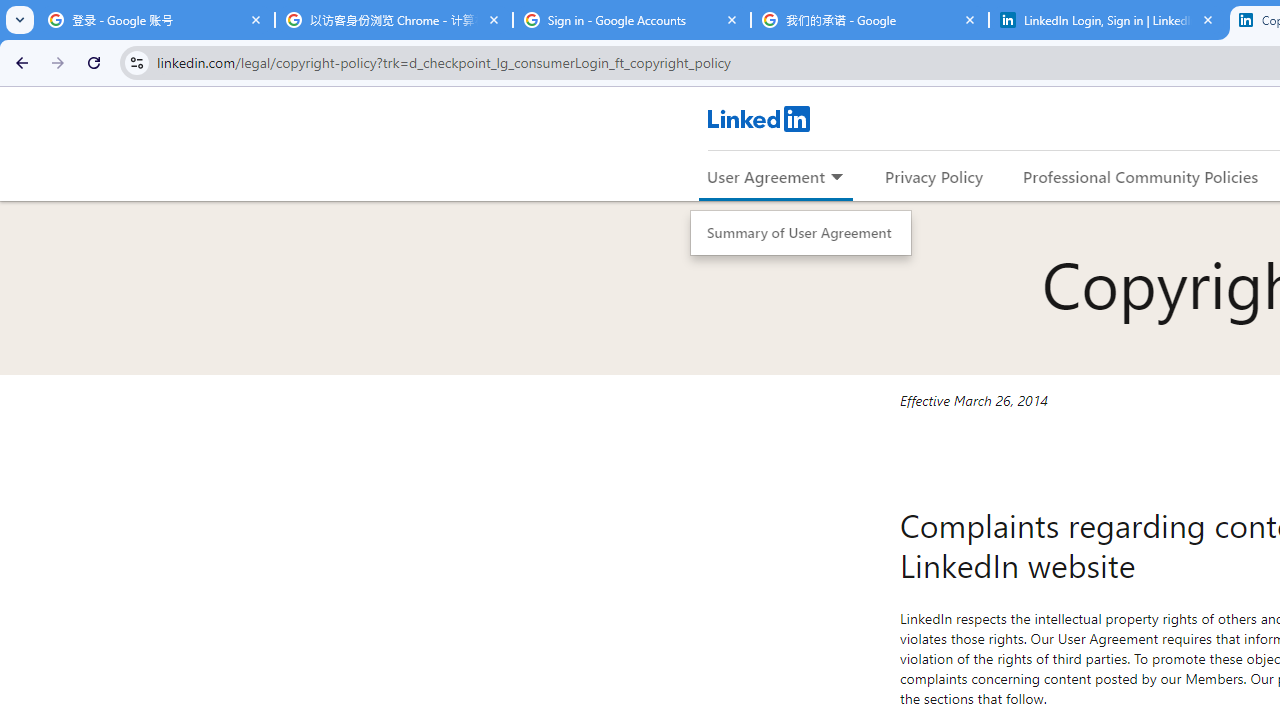  Describe the element at coordinates (1107, 20) in the screenshot. I see `'LinkedIn Login, Sign in | LinkedIn'` at that location.